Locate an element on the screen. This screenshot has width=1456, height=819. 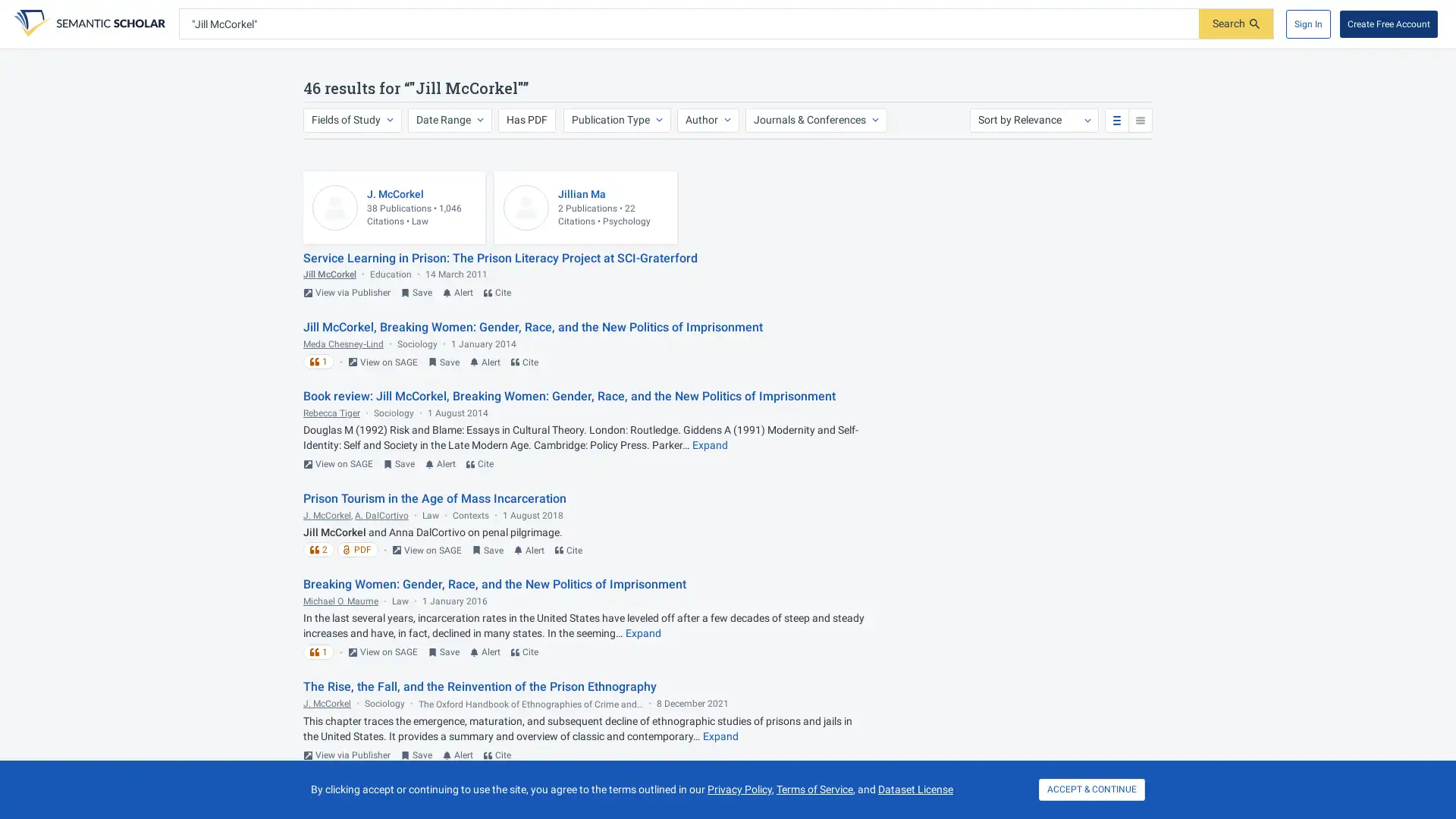
standard search results view is located at coordinates (1117, 119).